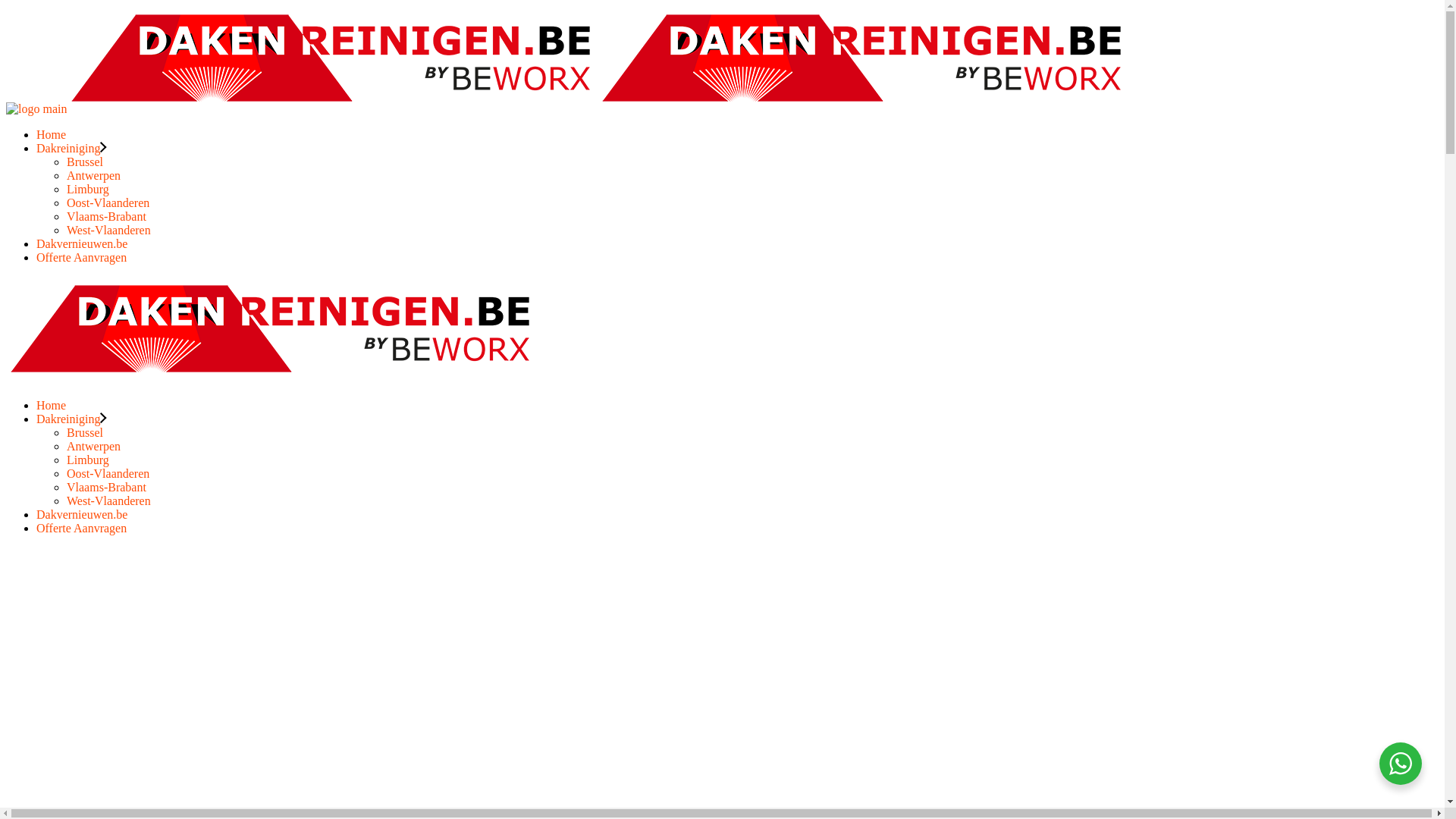  I want to click on 'Home', so click(51, 133).